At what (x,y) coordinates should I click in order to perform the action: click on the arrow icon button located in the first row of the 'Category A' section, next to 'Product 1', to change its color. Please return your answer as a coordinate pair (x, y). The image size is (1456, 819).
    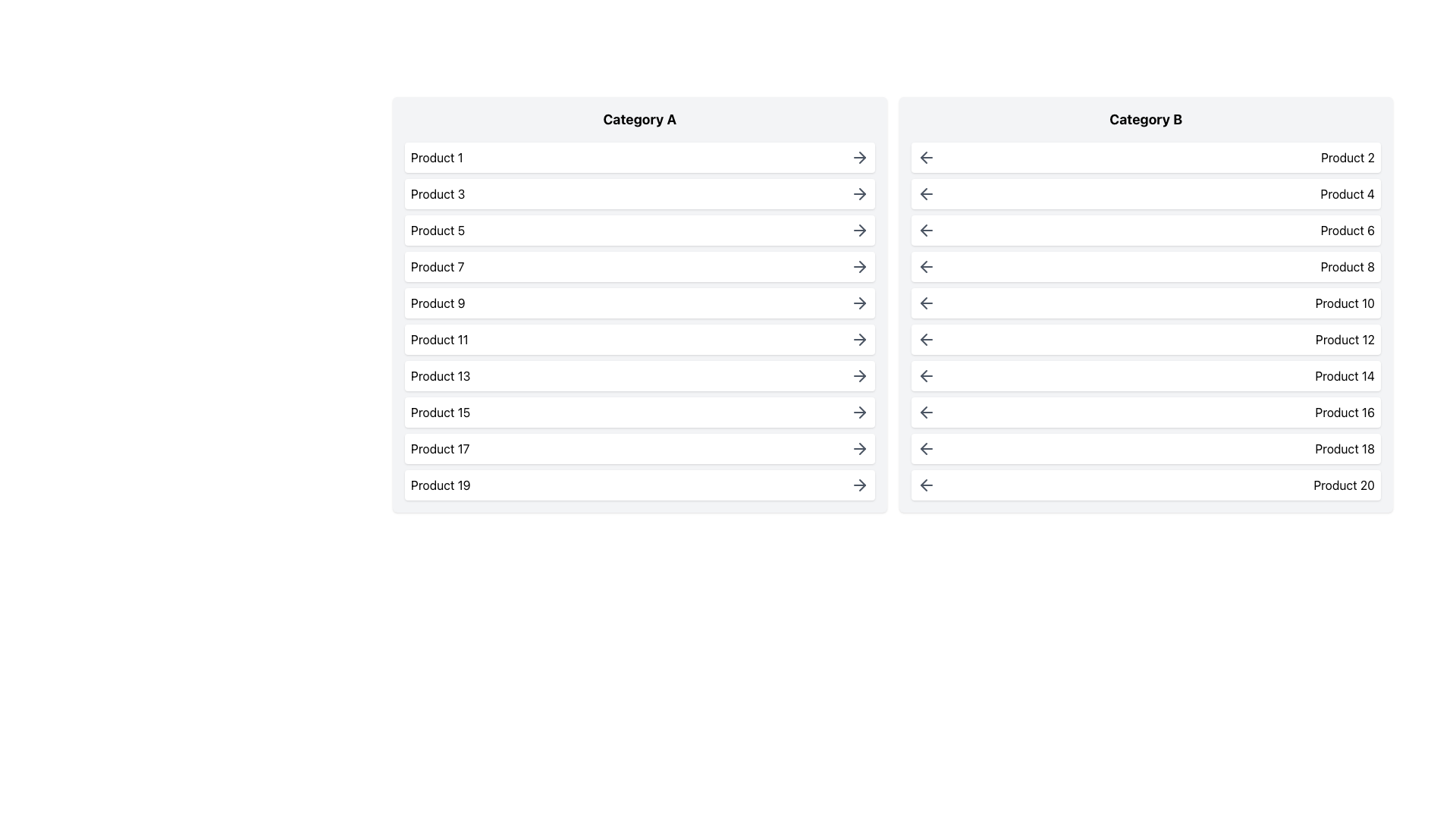
    Looking at the image, I should click on (859, 158).